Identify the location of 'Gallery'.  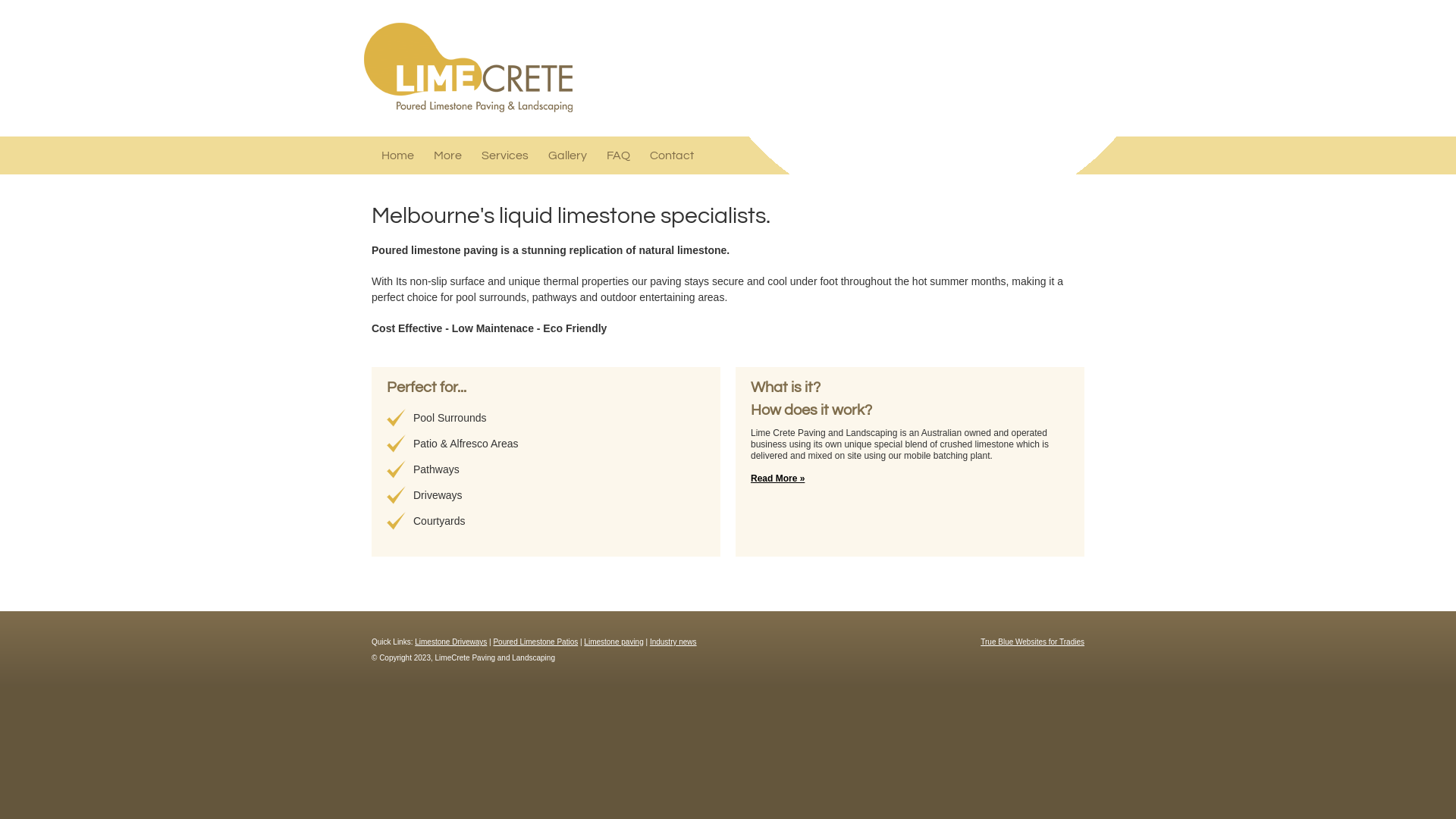
(566, 155).